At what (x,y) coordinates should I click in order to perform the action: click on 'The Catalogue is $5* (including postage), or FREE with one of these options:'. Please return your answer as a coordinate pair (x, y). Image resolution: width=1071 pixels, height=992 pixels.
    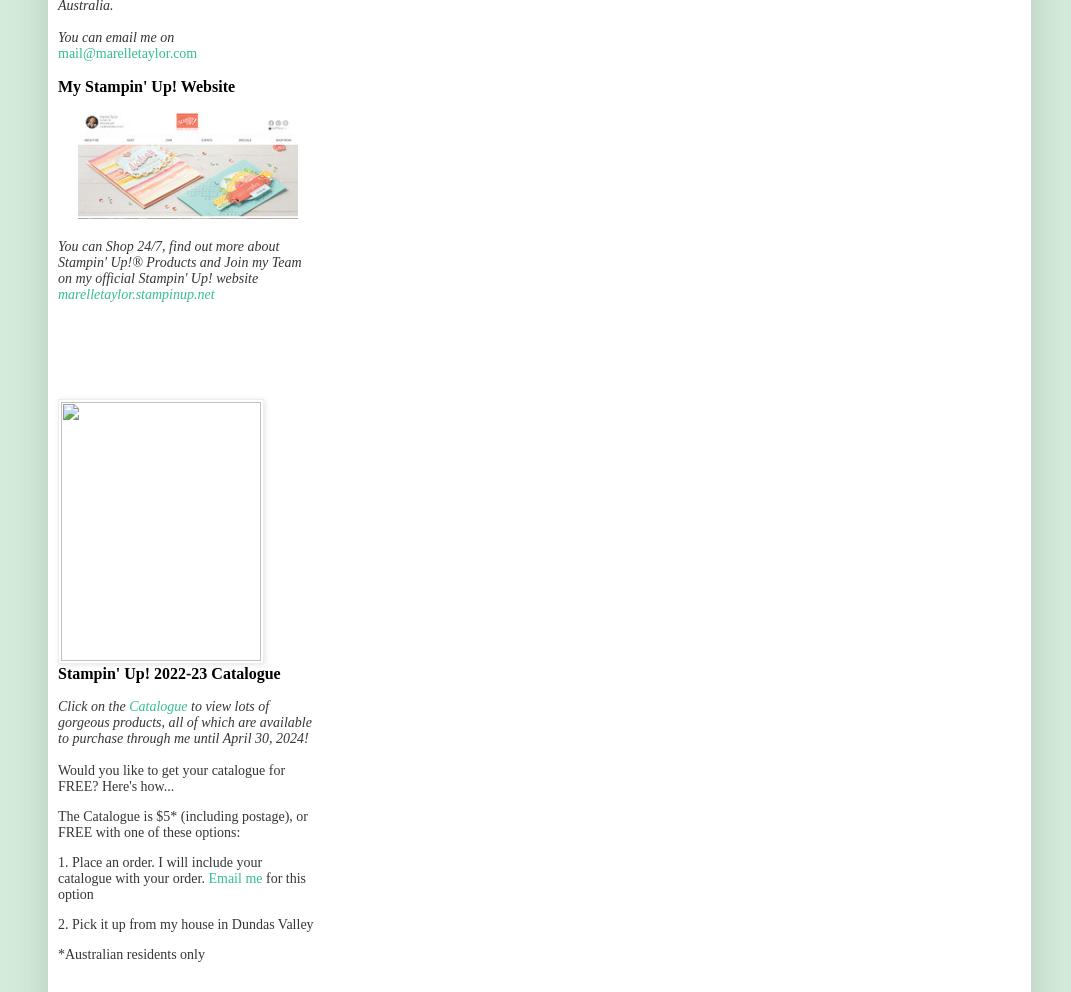
    Looking at the image, I should click on (182, 824).